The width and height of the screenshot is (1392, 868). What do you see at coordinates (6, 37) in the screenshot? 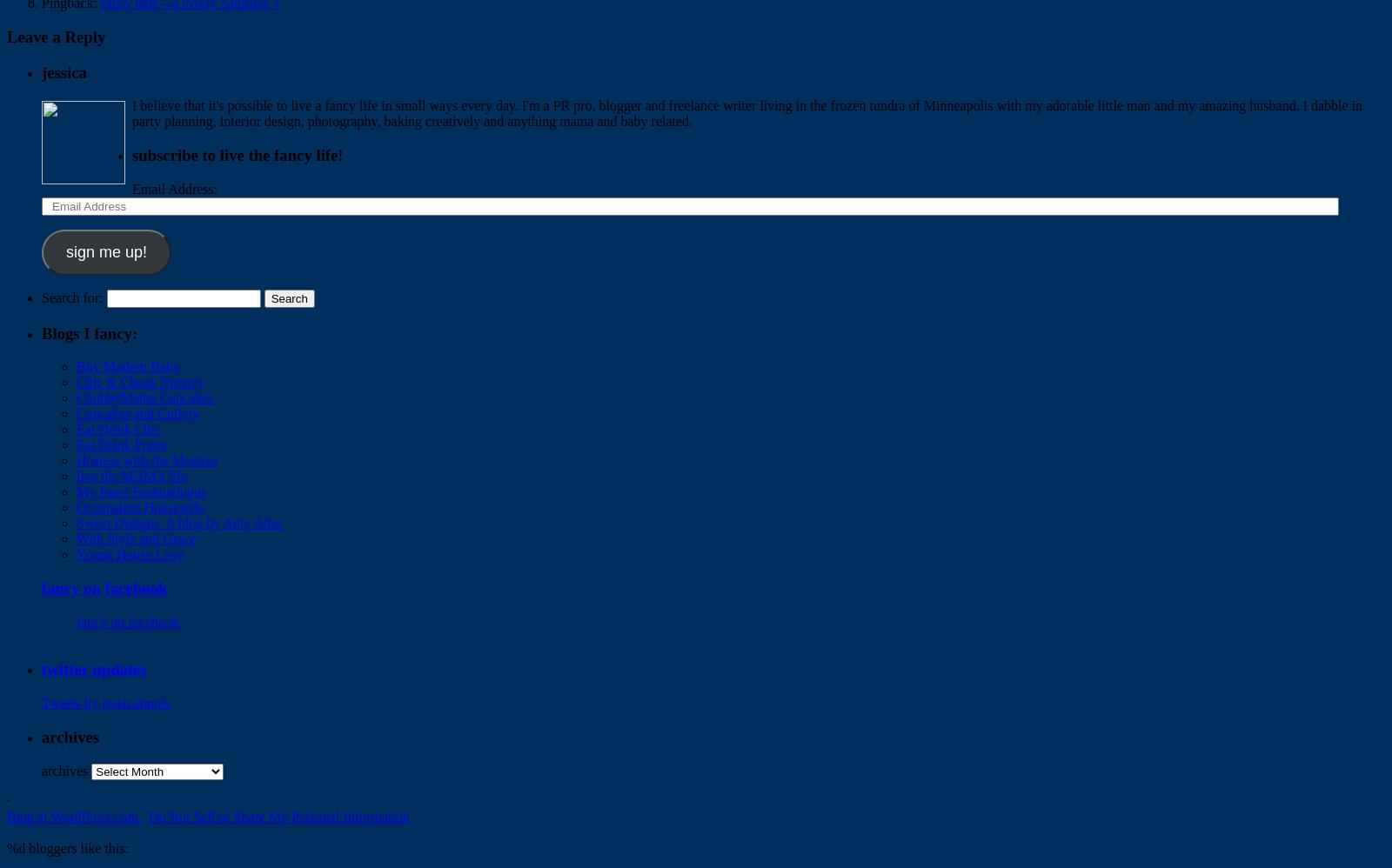
I see `'Leave a Reply'` at bounding box center [6, 37].